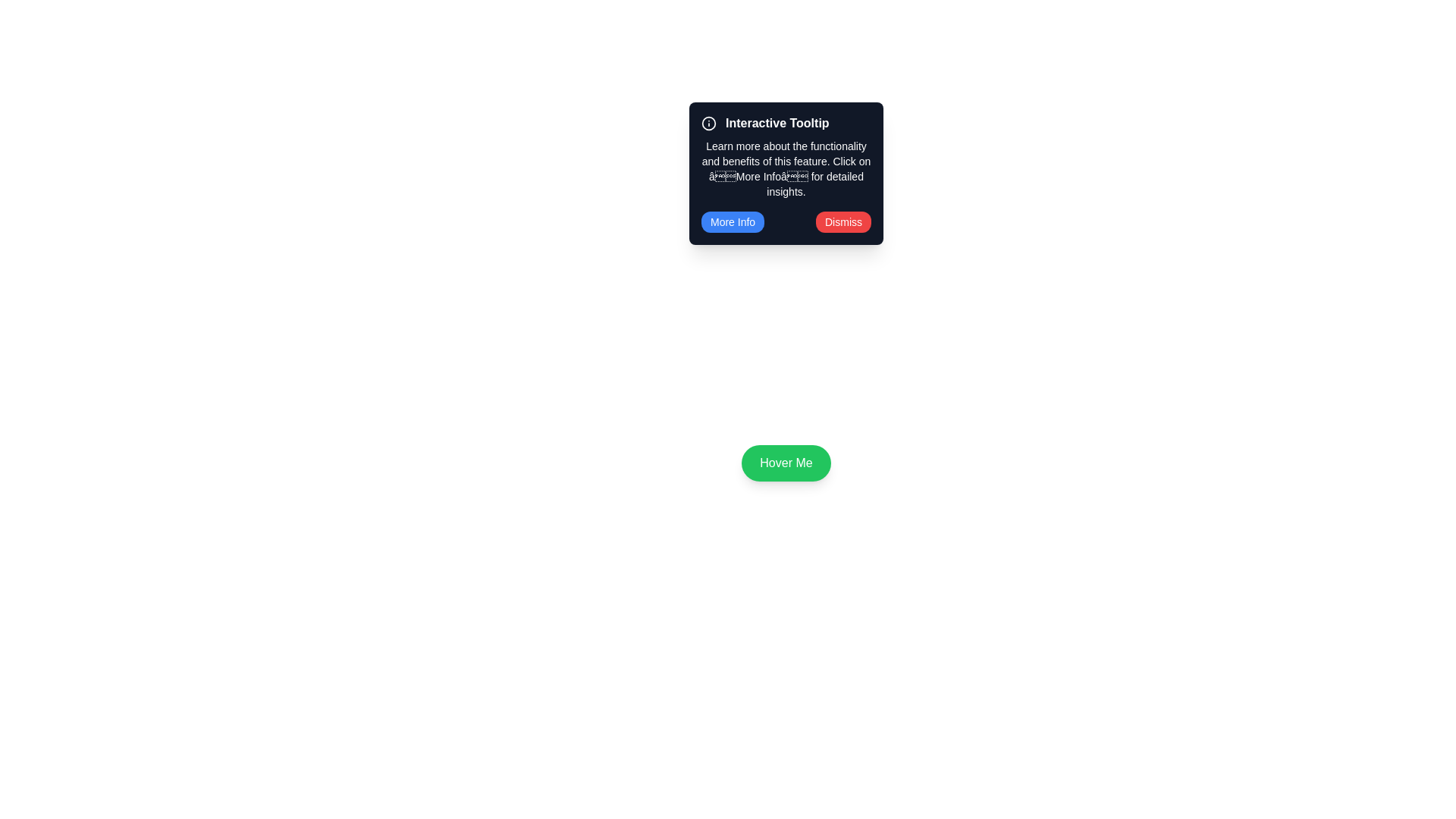  Describe the element at coordinates (843, 222) in the screenshot. I see `the dismiss button located in the bottom-right corner of the tooltip` at that location.